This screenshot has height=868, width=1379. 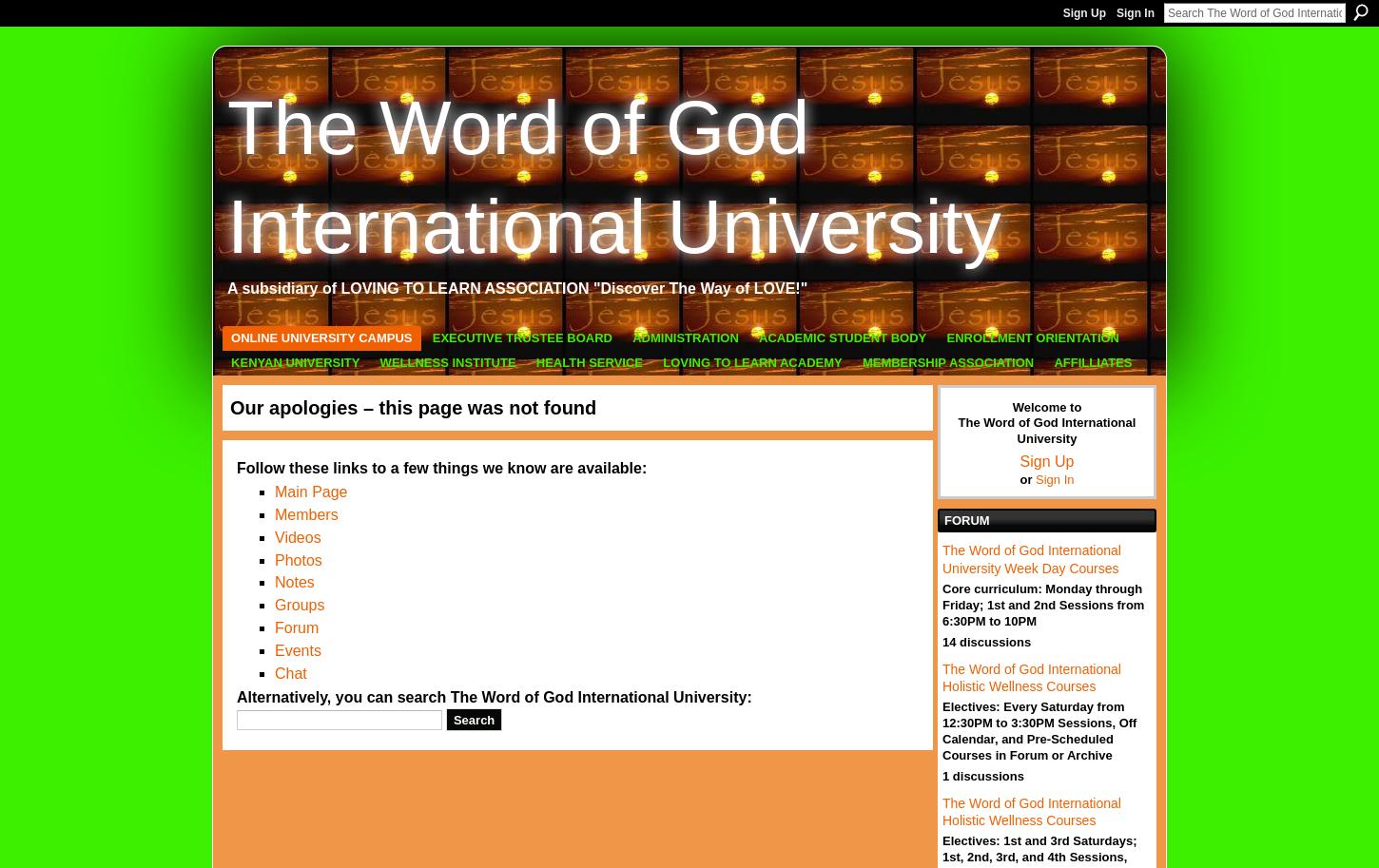 I want to click on 'Our apologies – this page was not found', so click(x=412, y=408).